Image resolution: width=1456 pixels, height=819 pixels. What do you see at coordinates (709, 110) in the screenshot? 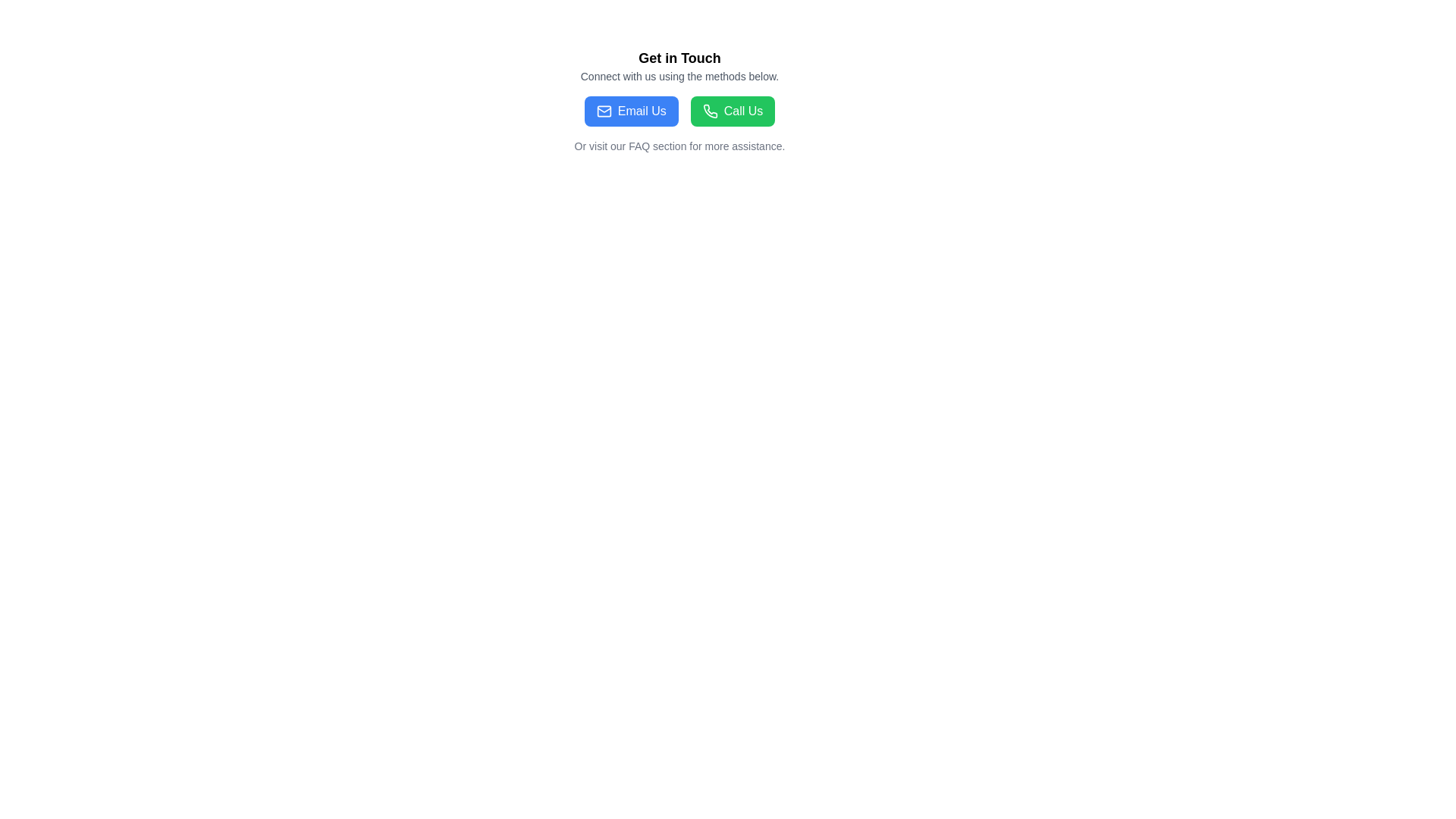
I see `the phone icon, which is styled as a vector graphic in white against a green circular background, located next to the 'Call Us' button` at bounding box center [709, 110].